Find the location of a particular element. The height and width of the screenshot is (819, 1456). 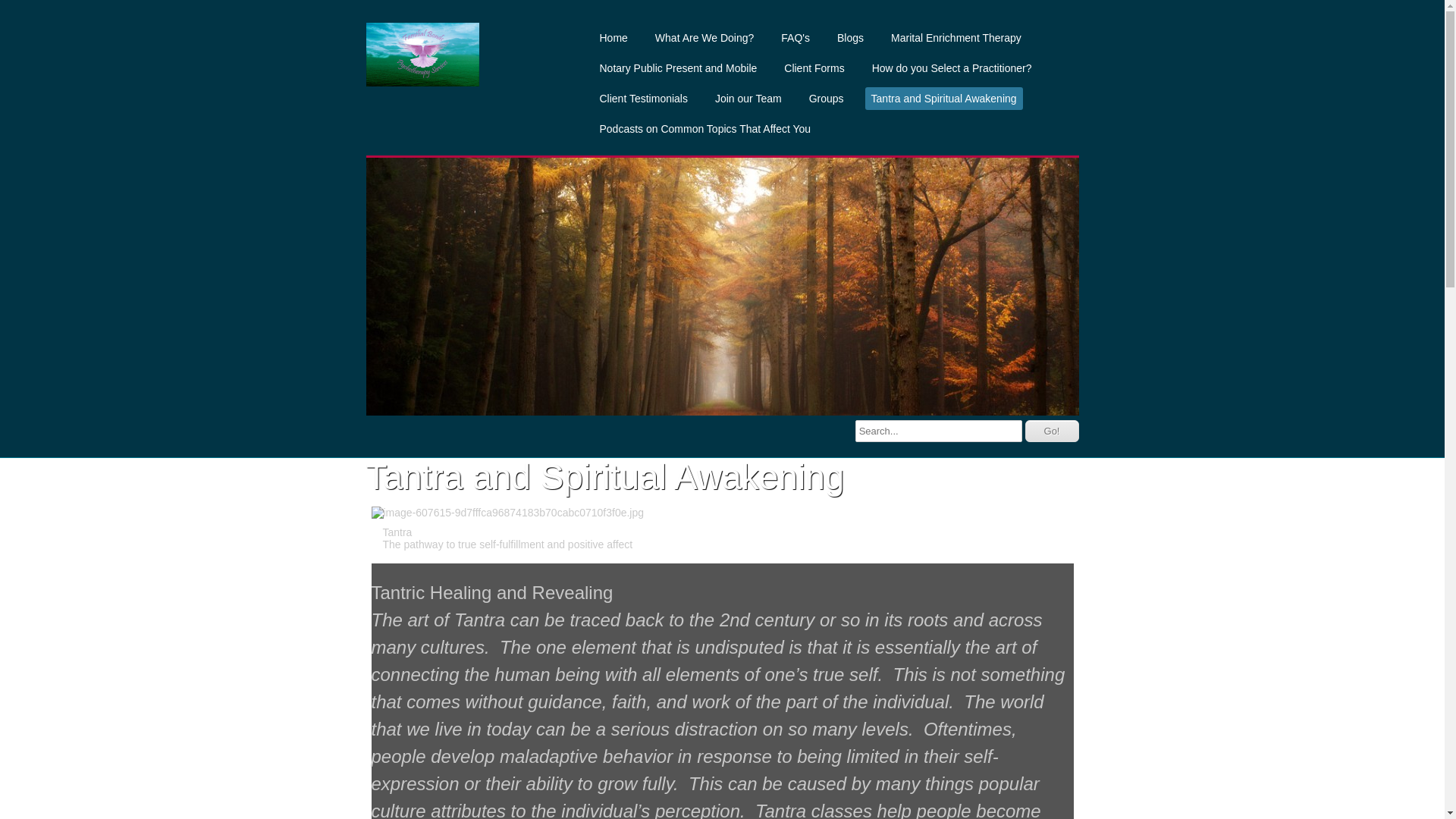

'FAQ's' is located at coordinates (795, 37).